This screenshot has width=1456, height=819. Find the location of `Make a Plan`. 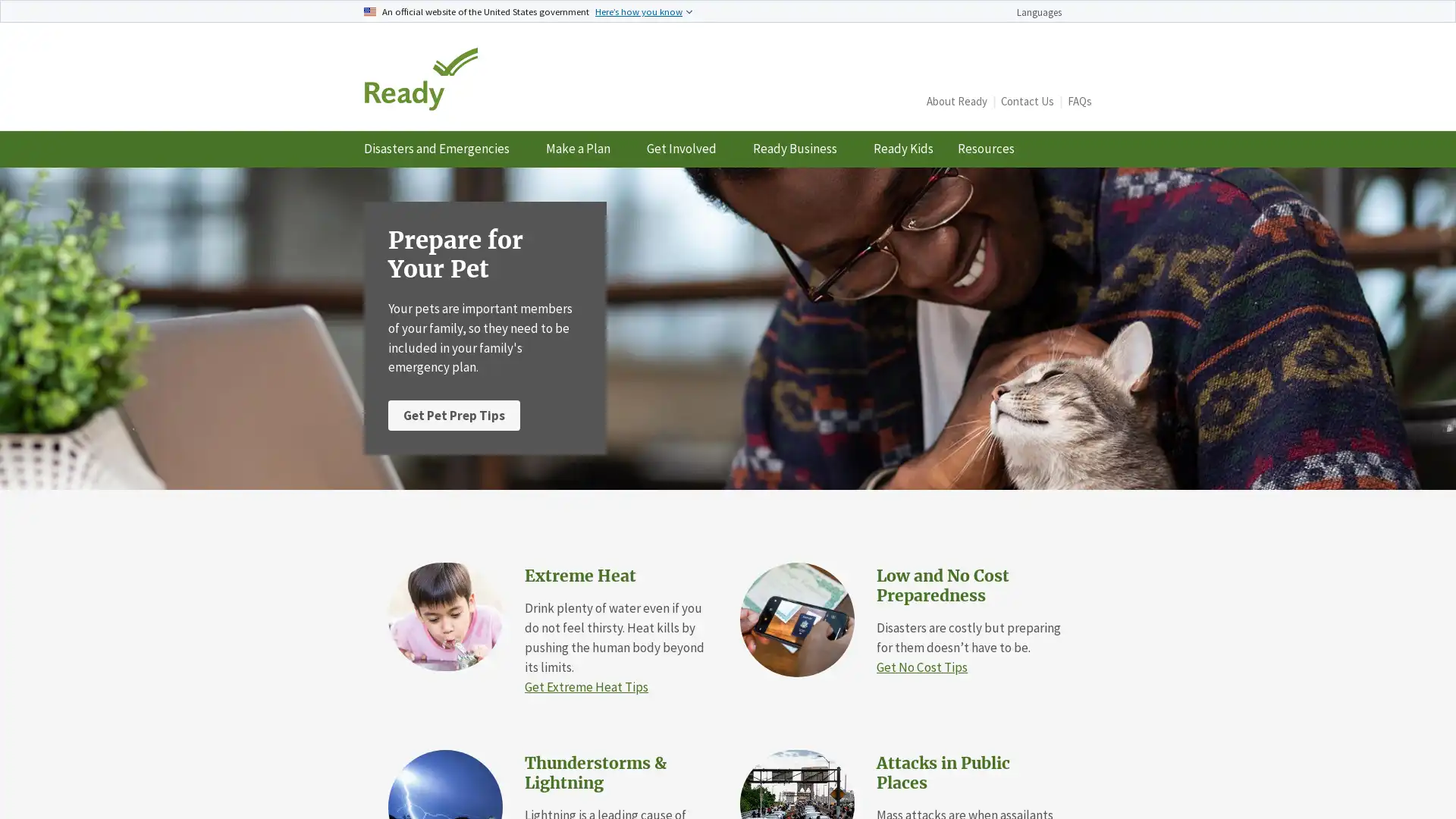

Make a Plan is located at coordinates (583, 149).